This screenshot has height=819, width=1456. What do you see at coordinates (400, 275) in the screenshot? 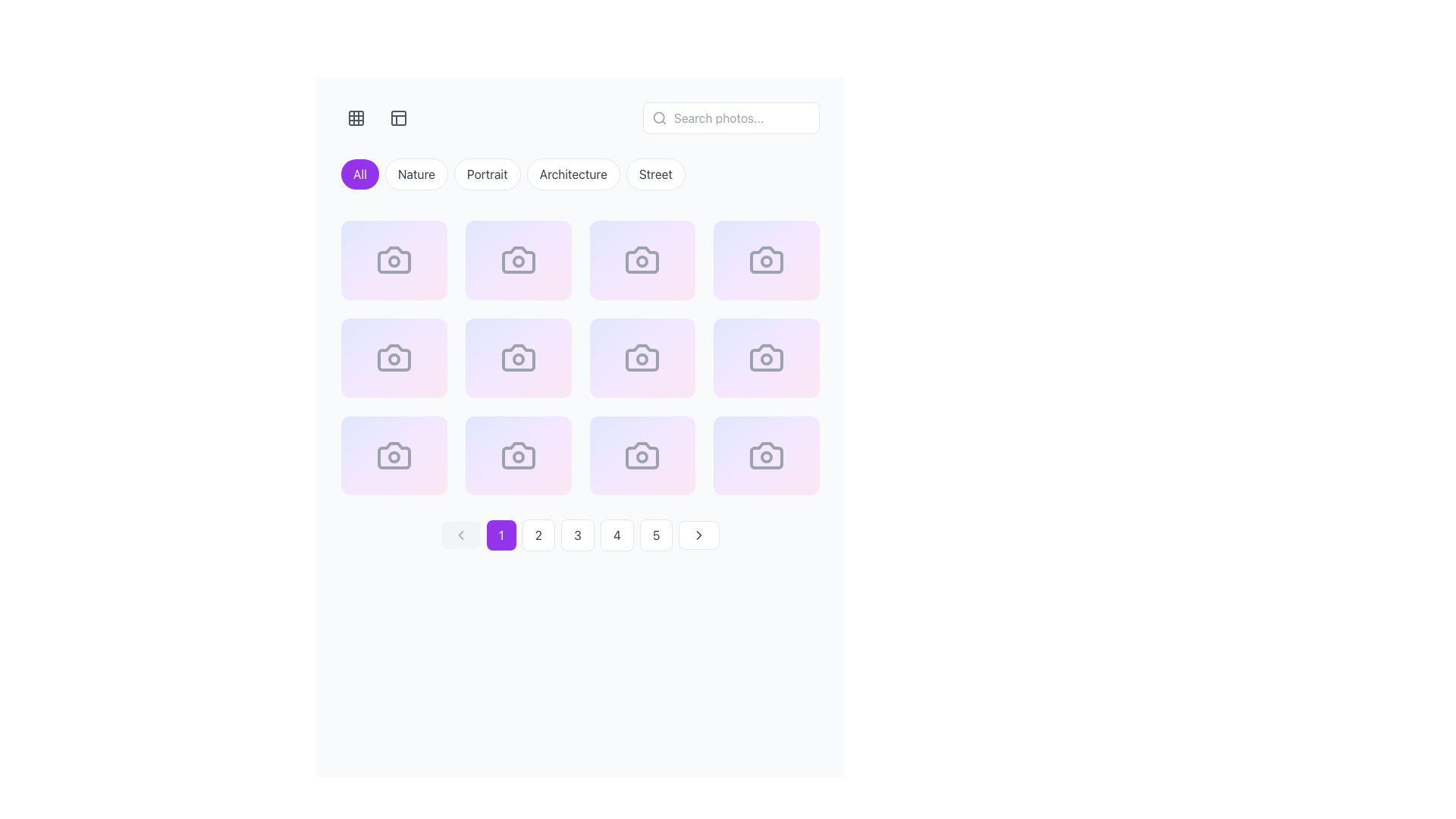
I see `the circular button with a hollow circle icon and connecting lines` at bounding box center [400, 275].